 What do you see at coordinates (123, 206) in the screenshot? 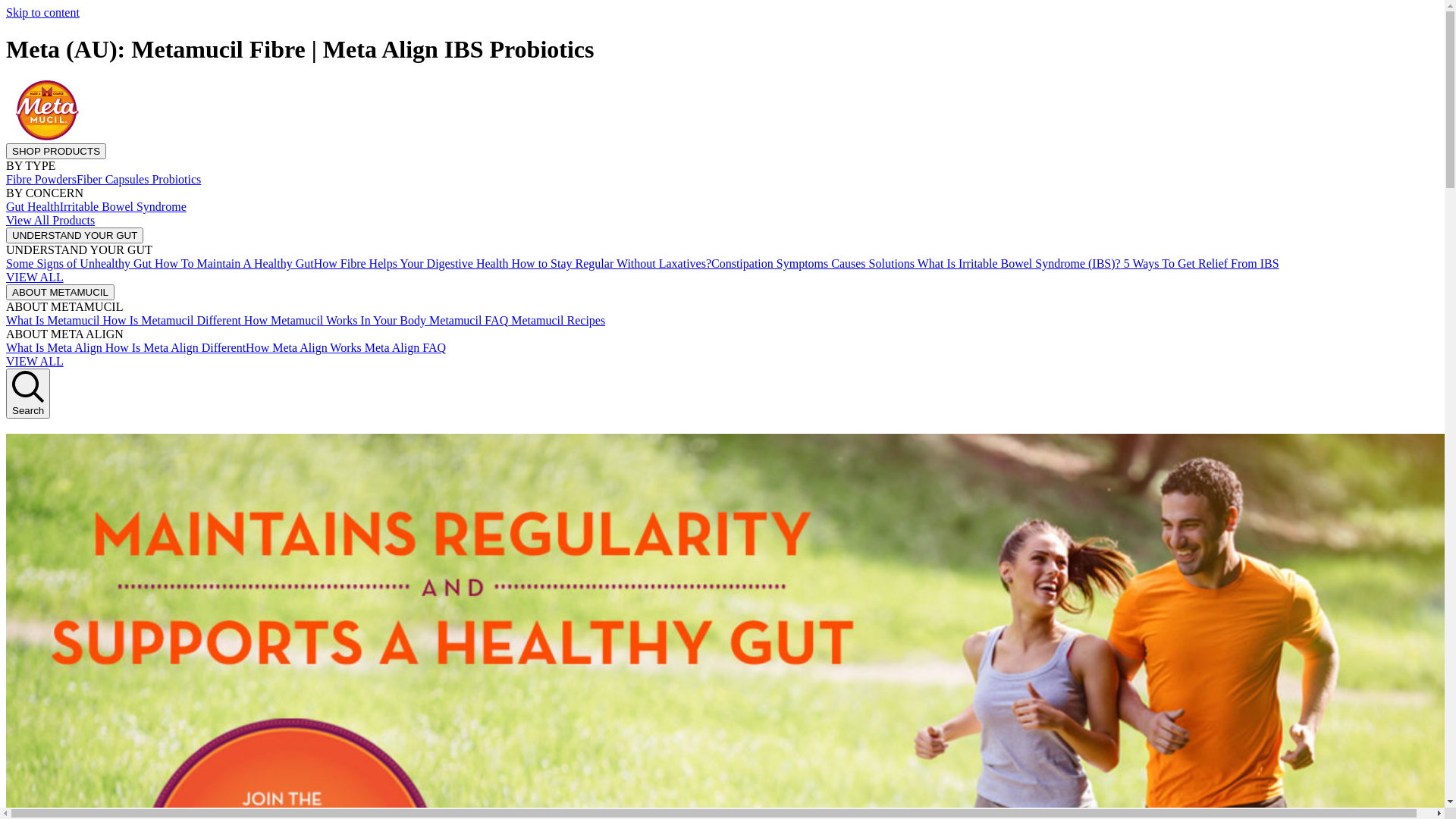
I see `'Irritable Bowel Syndrome'` at bounding box center [123, 206].